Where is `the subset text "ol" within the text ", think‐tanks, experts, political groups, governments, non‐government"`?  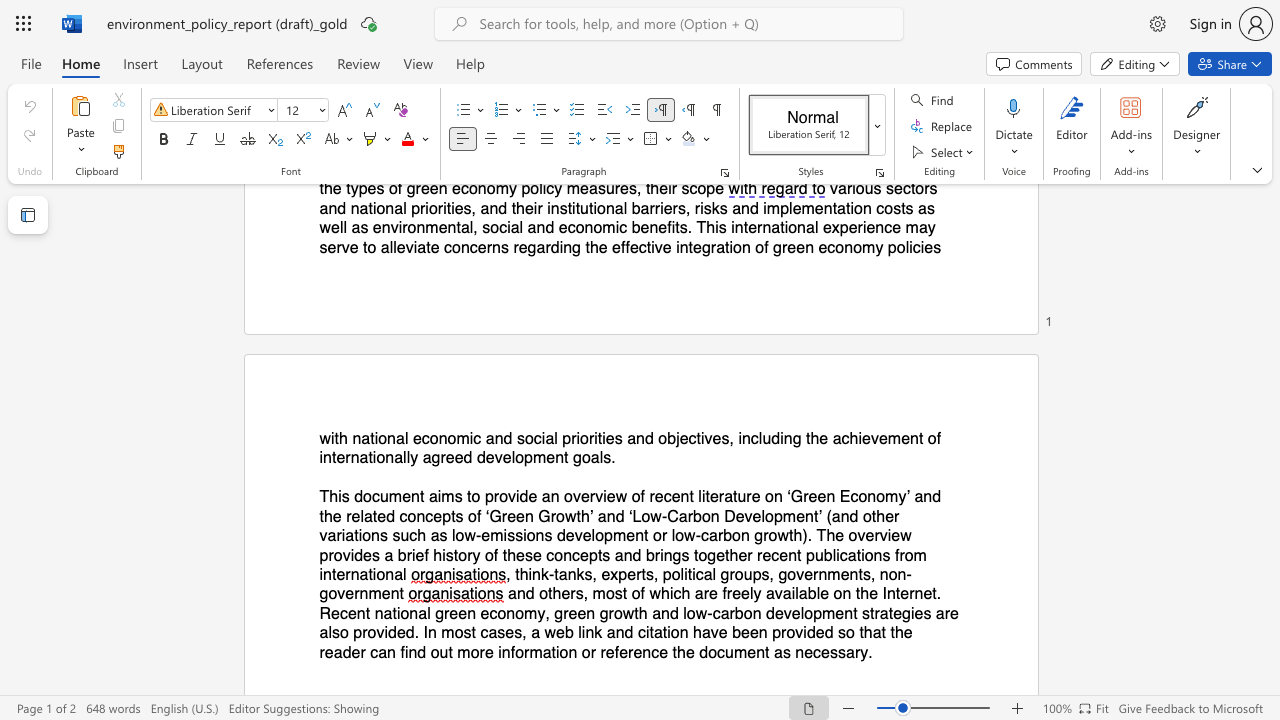
the subset text "ol" within the text ", think‐tanks, experts, political groups, governments, non‐government" is located at coordinates (671, 574).